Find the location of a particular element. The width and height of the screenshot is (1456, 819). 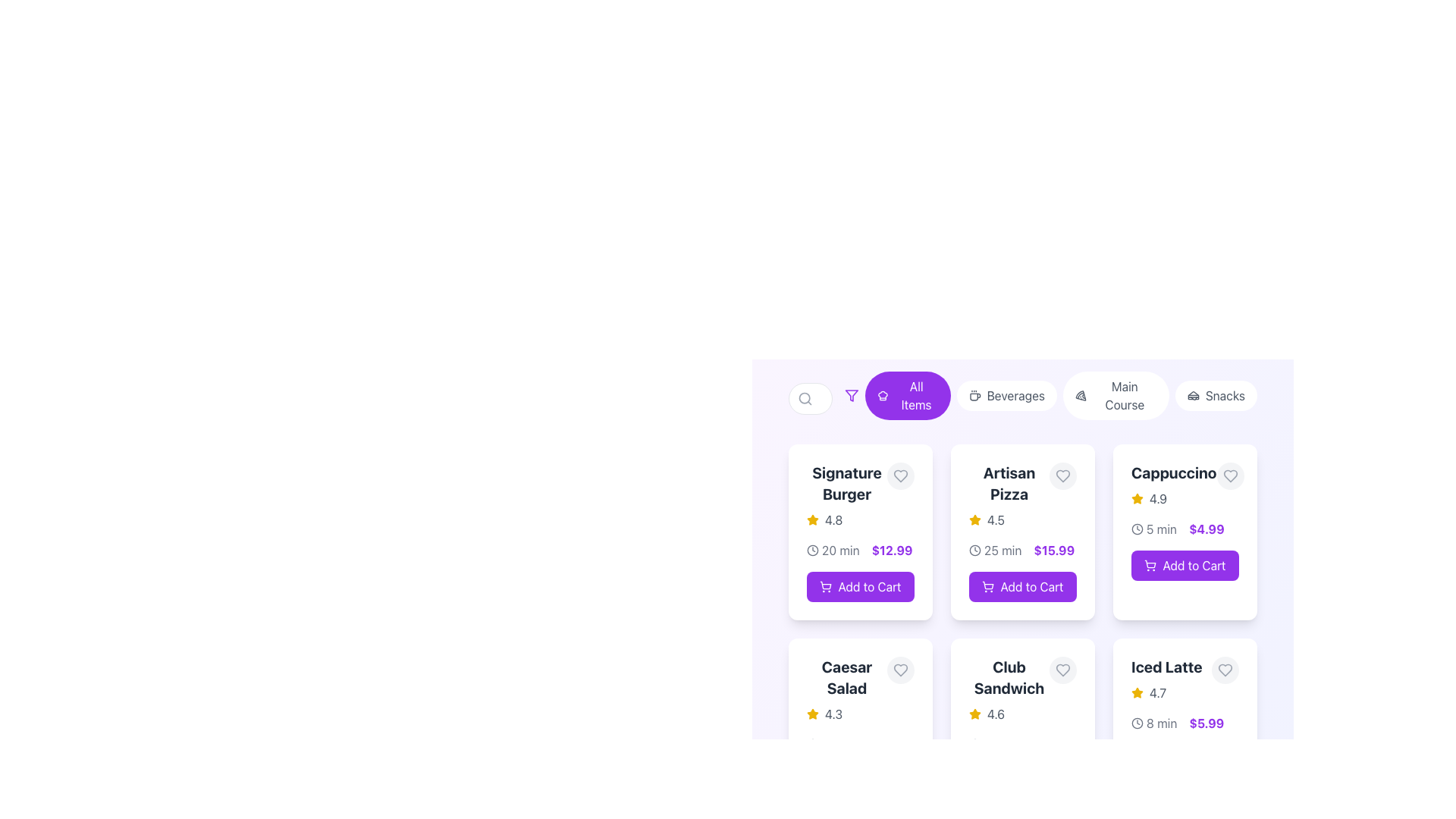

the clock icon indicating the time required for an action, located to the left of the text '8 min' within the lower portion of the 'Iced Latte' card is located at coordinates (1137, 722).